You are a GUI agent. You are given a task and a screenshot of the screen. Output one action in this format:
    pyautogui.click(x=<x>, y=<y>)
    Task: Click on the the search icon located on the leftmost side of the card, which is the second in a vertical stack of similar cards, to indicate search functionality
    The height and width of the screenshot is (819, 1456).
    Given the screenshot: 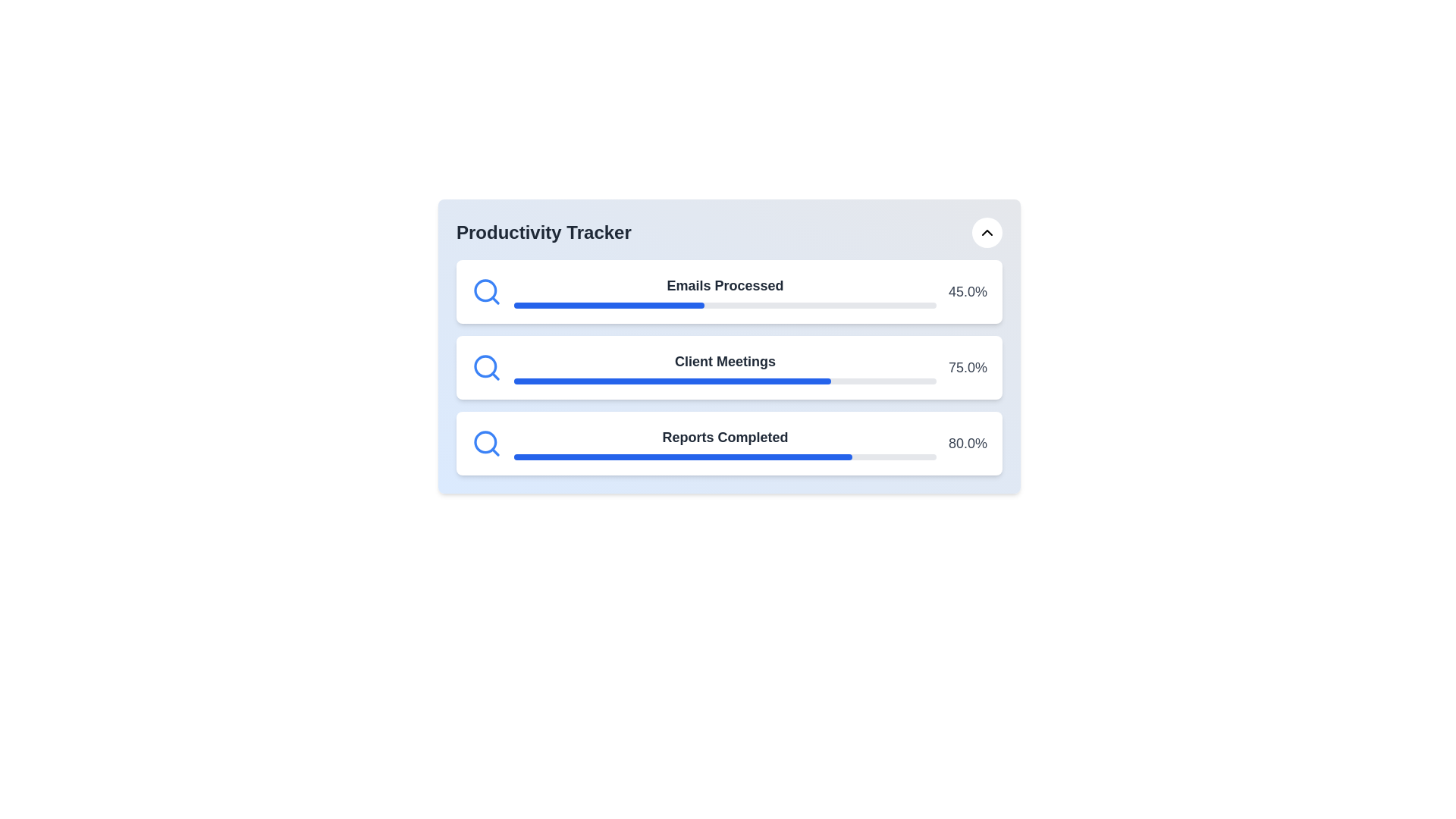 What is the action you would take?
    pyautogui.click(x=487, y=368)
    